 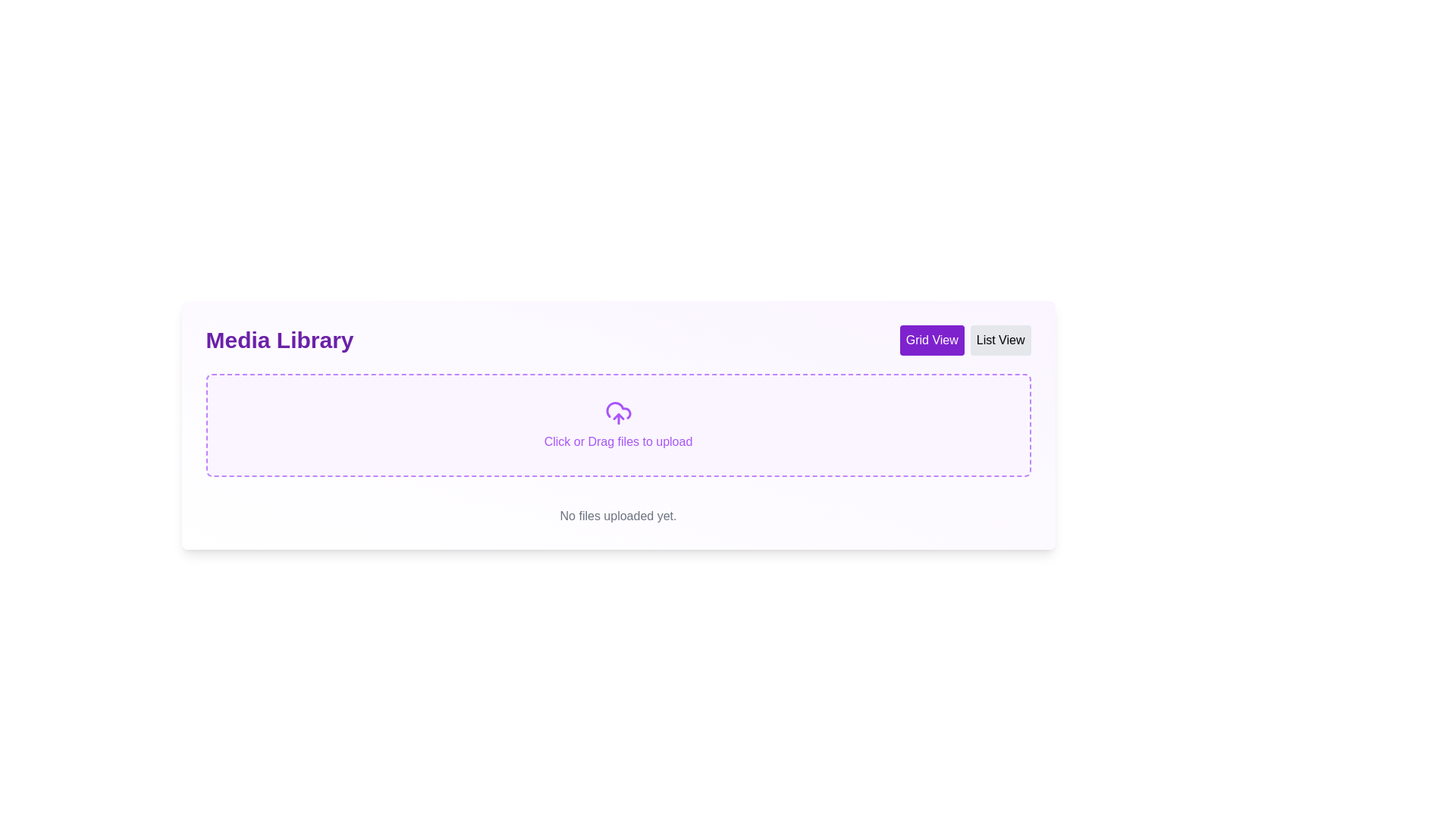 What do you see at coordinates (931, 339) in the screenshot?
I see `the grid view toggle button located at the top-right corner of the interface` at bounding box center [931, 339].